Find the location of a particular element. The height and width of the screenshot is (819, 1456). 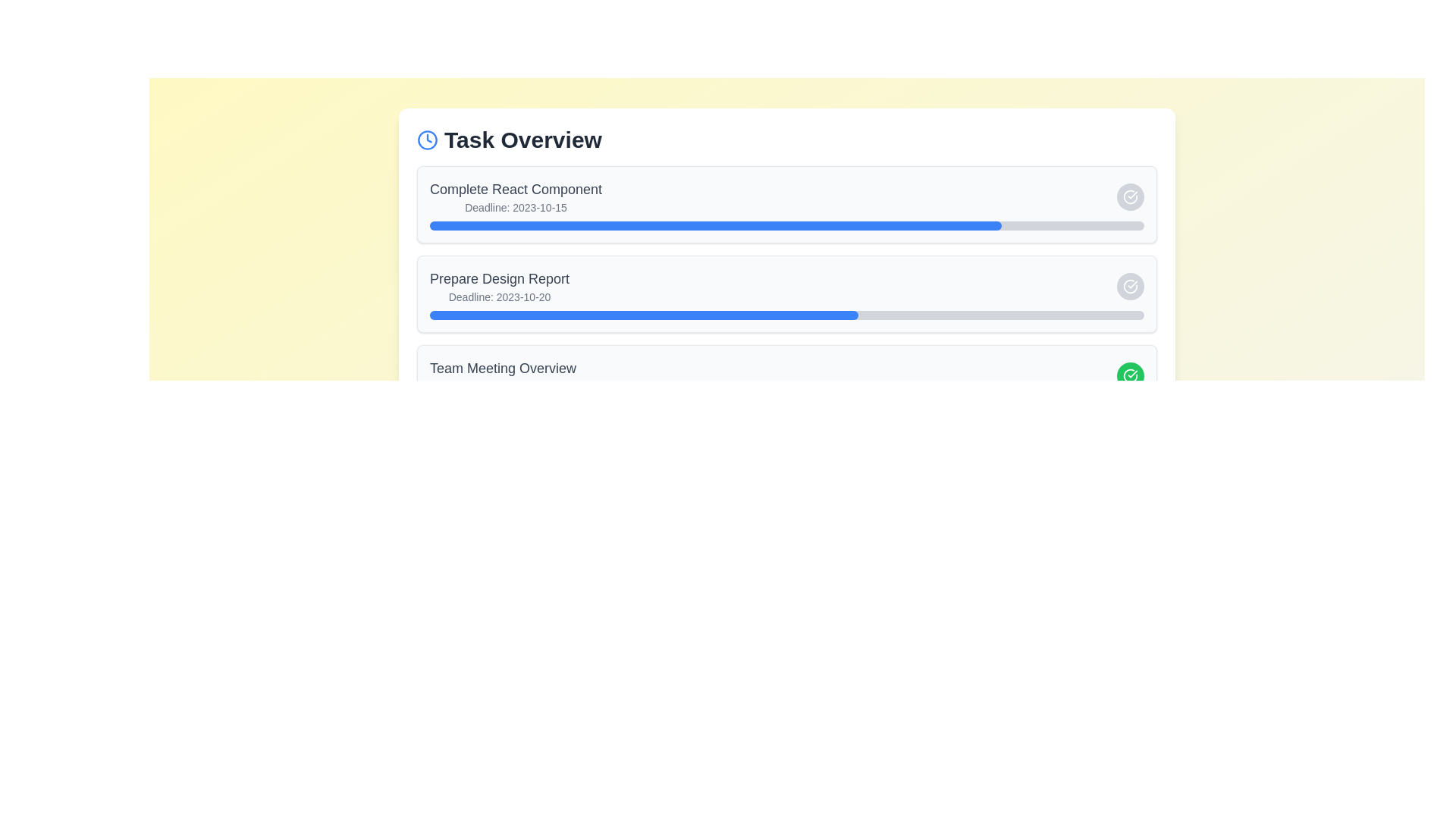

the decorative circle element that indicates deadline or time-related functionality within the clock icon in the task overview section is located at coordinates (427, 140).